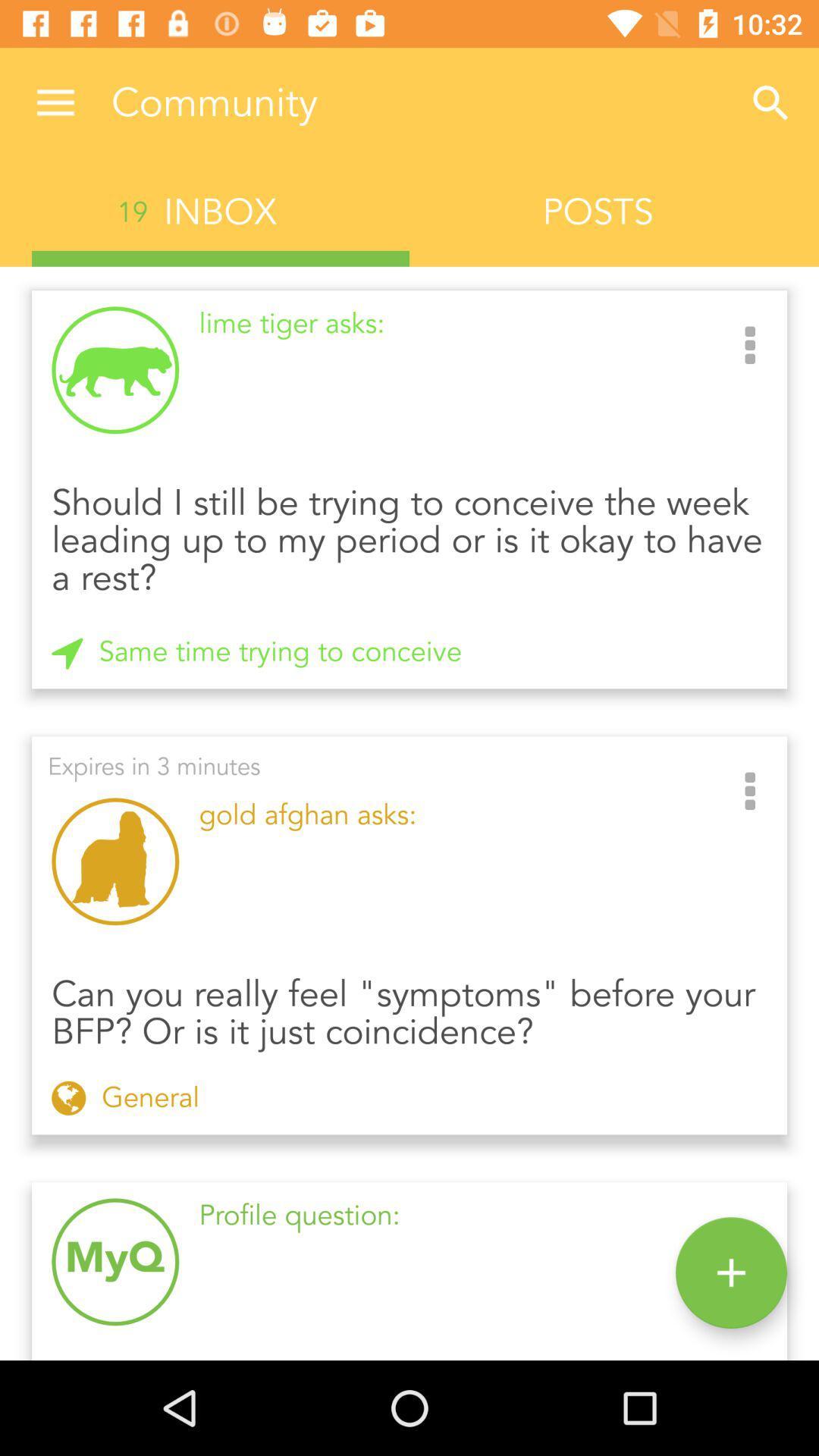  What do you see at coordinates (730, 1272) in the screenshot?
I see `question` at bounding box center [730, 1272].